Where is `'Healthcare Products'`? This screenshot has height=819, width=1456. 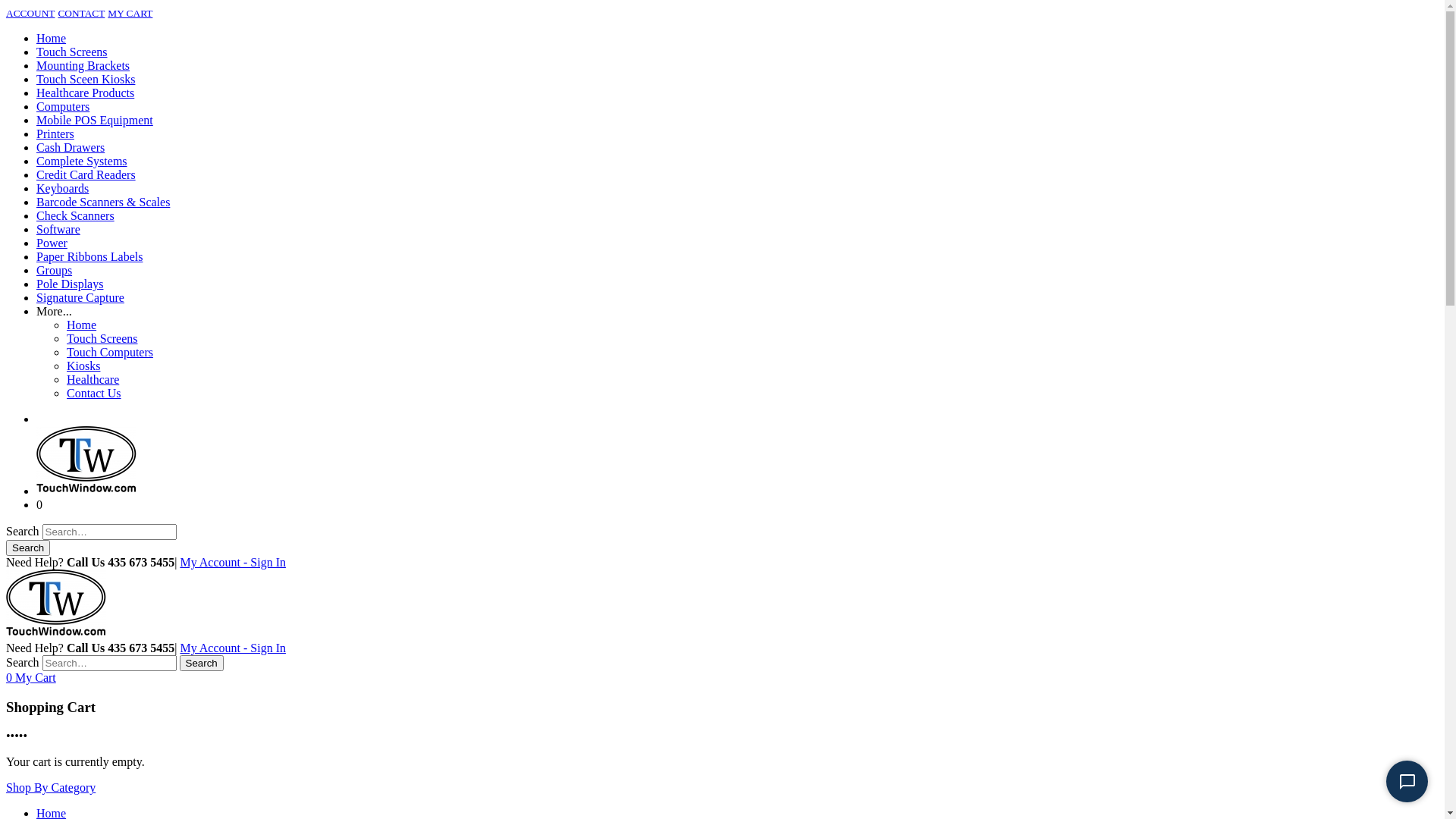 'Healthcare Products' is located at coordinates (84, 93).